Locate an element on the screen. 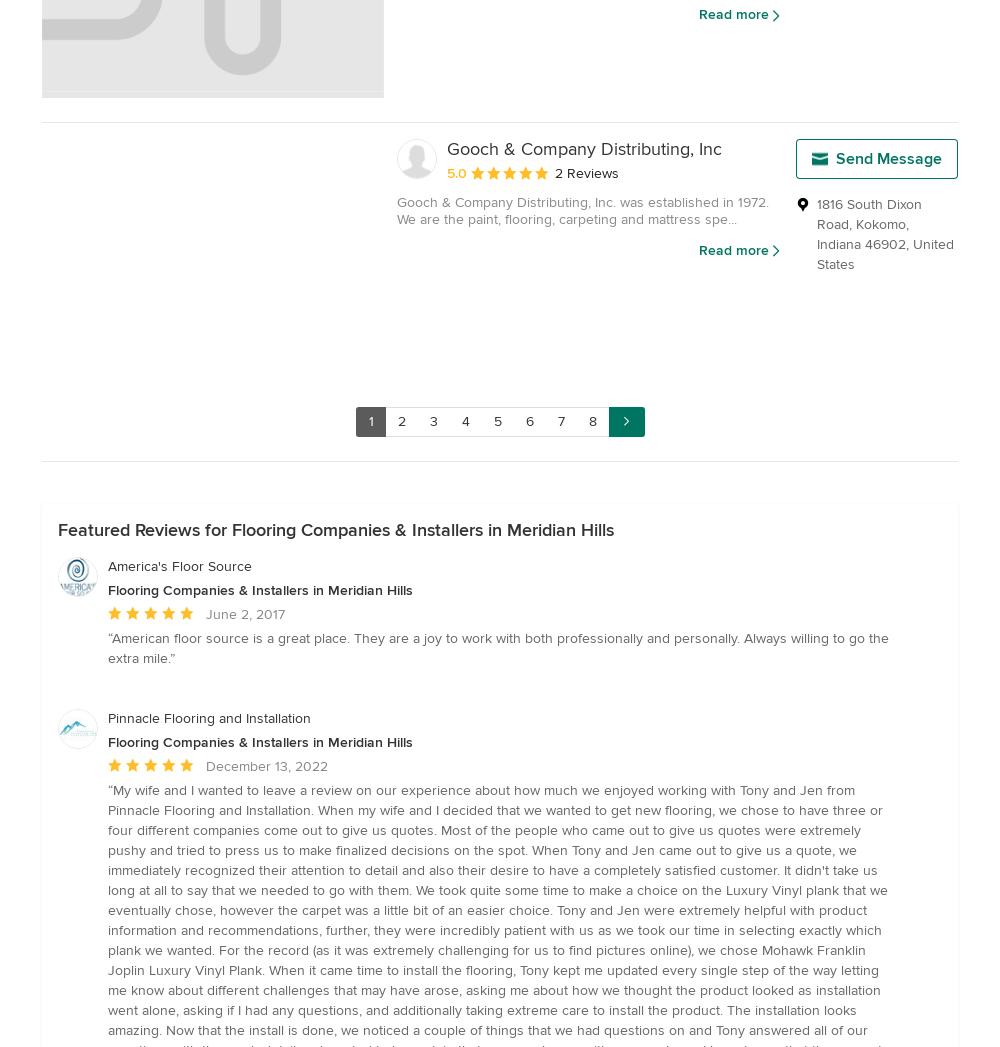  '3' is located at coordinates (433, 419).